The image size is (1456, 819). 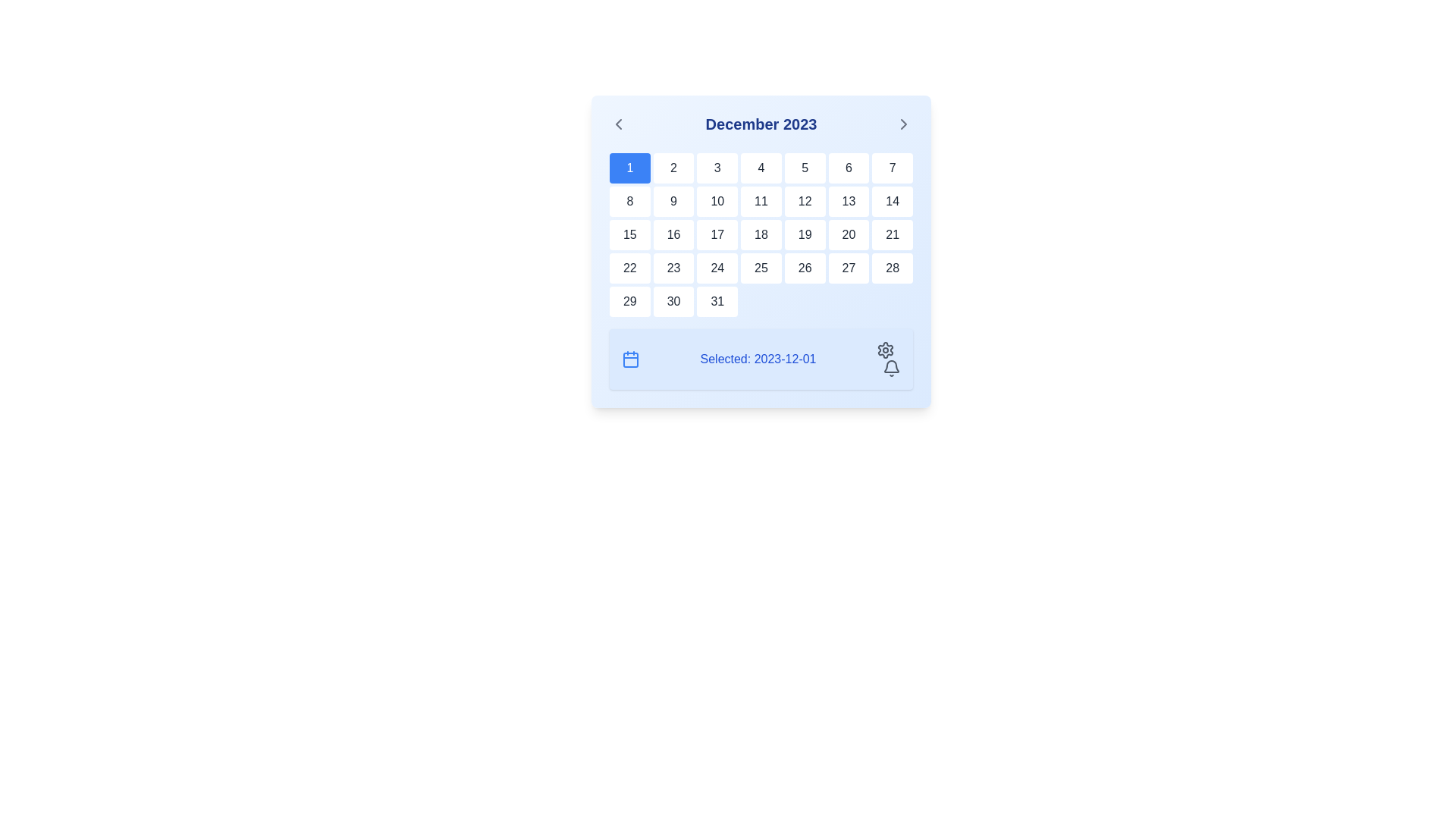 What do you see at coordinates (717, 234) in the screenshot?
I see `the calendar day button displaying the number '17', which is located in the third cell of the third row in the grid layout` at bounding box center [717, 234].